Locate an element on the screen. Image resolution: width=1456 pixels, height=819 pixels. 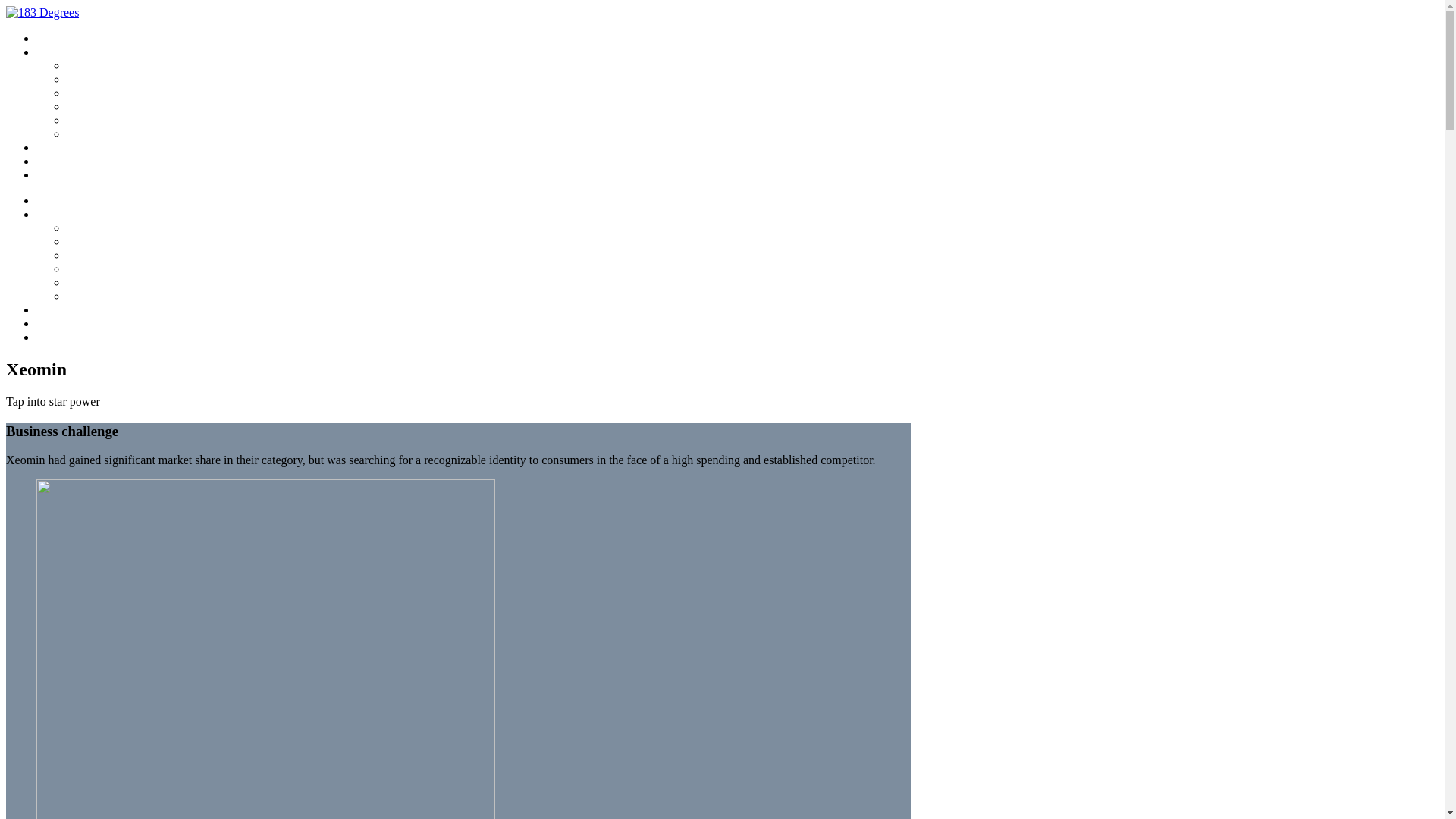
'Why 183' is located at coordinates (57, 200).